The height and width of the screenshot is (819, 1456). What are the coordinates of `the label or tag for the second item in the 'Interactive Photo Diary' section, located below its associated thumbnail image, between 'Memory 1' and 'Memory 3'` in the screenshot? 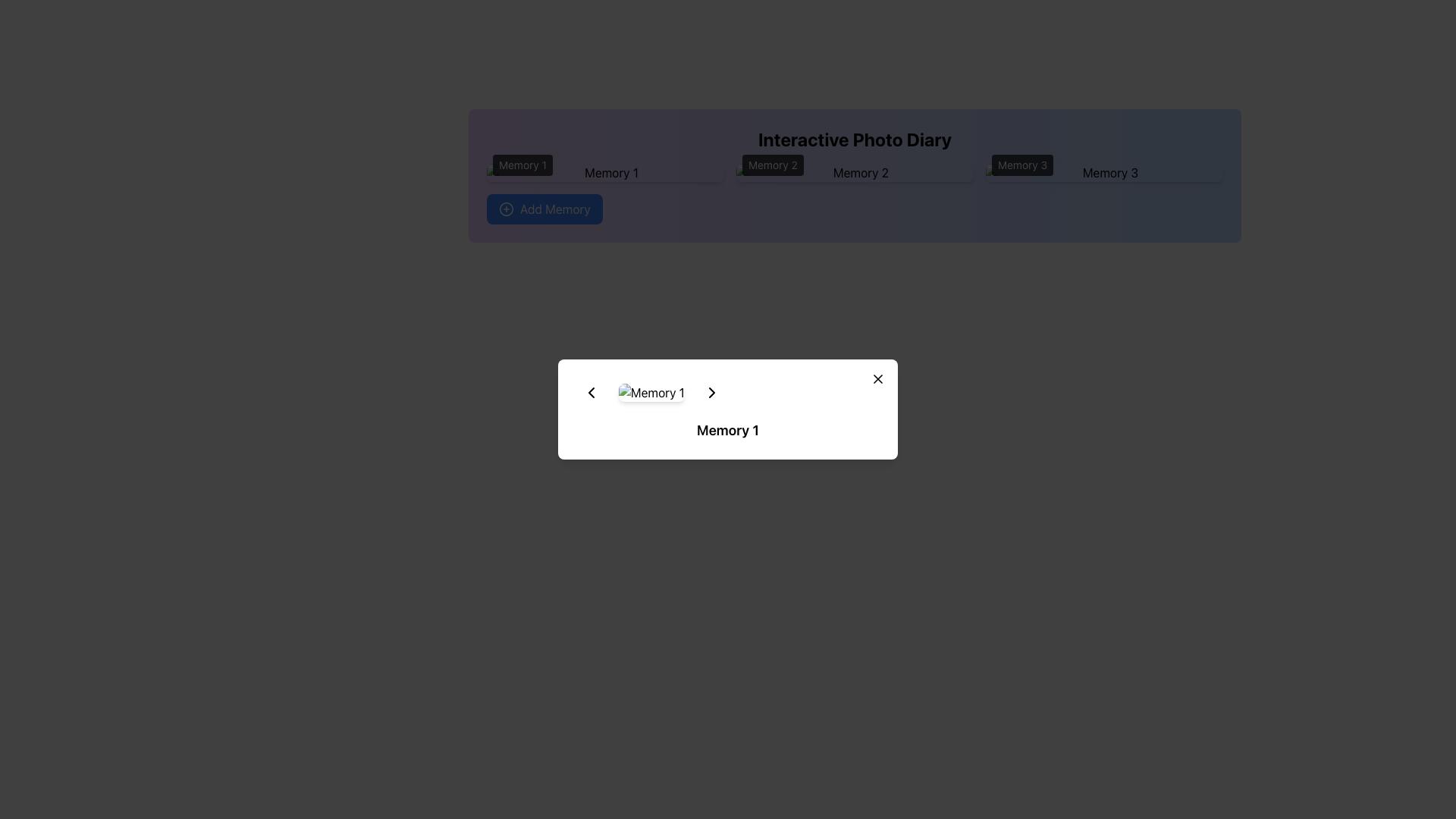 It's located at (773, 165).